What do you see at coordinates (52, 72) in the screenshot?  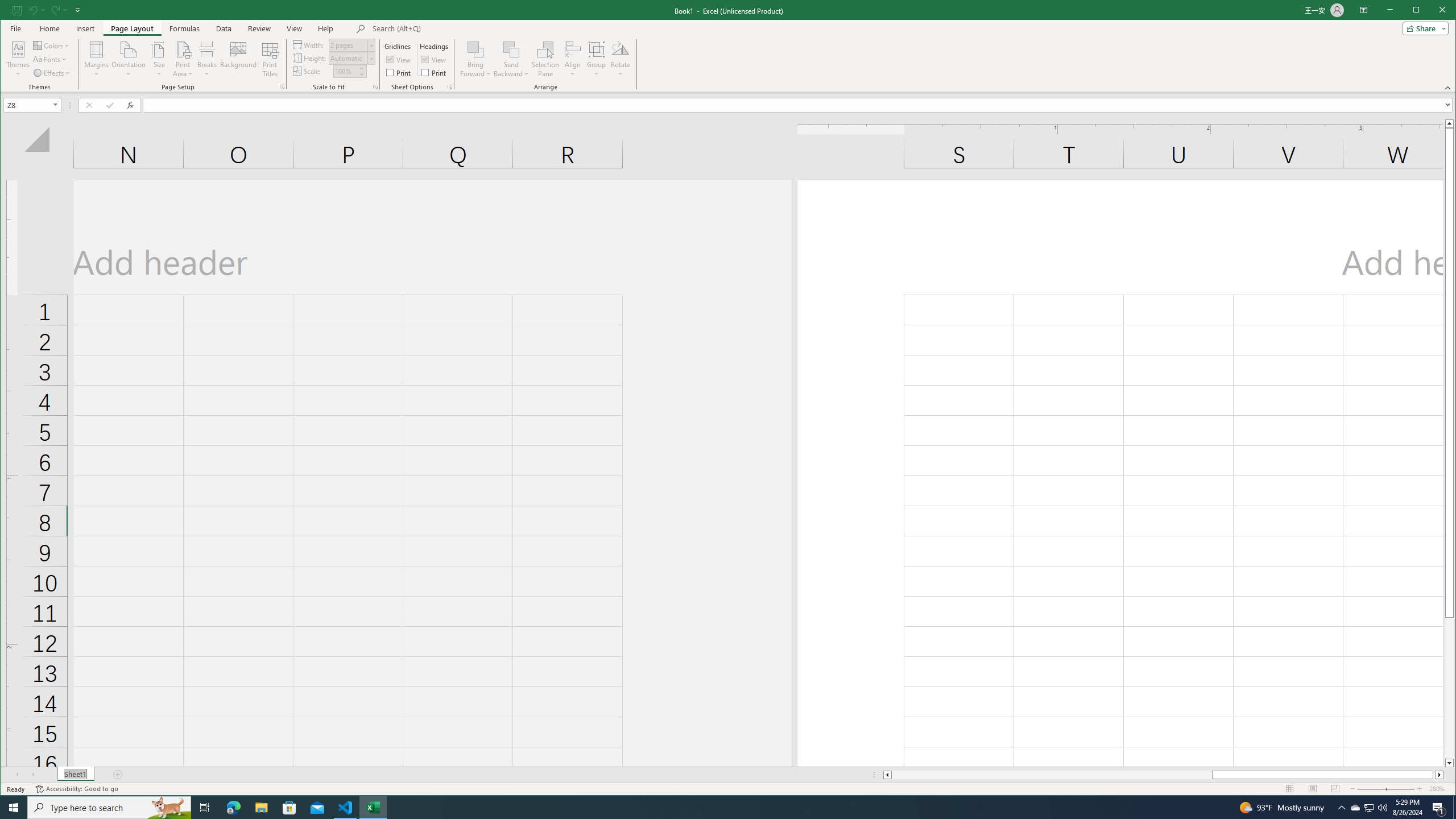 I see `'Effects'` at bounding box center [52, 72].